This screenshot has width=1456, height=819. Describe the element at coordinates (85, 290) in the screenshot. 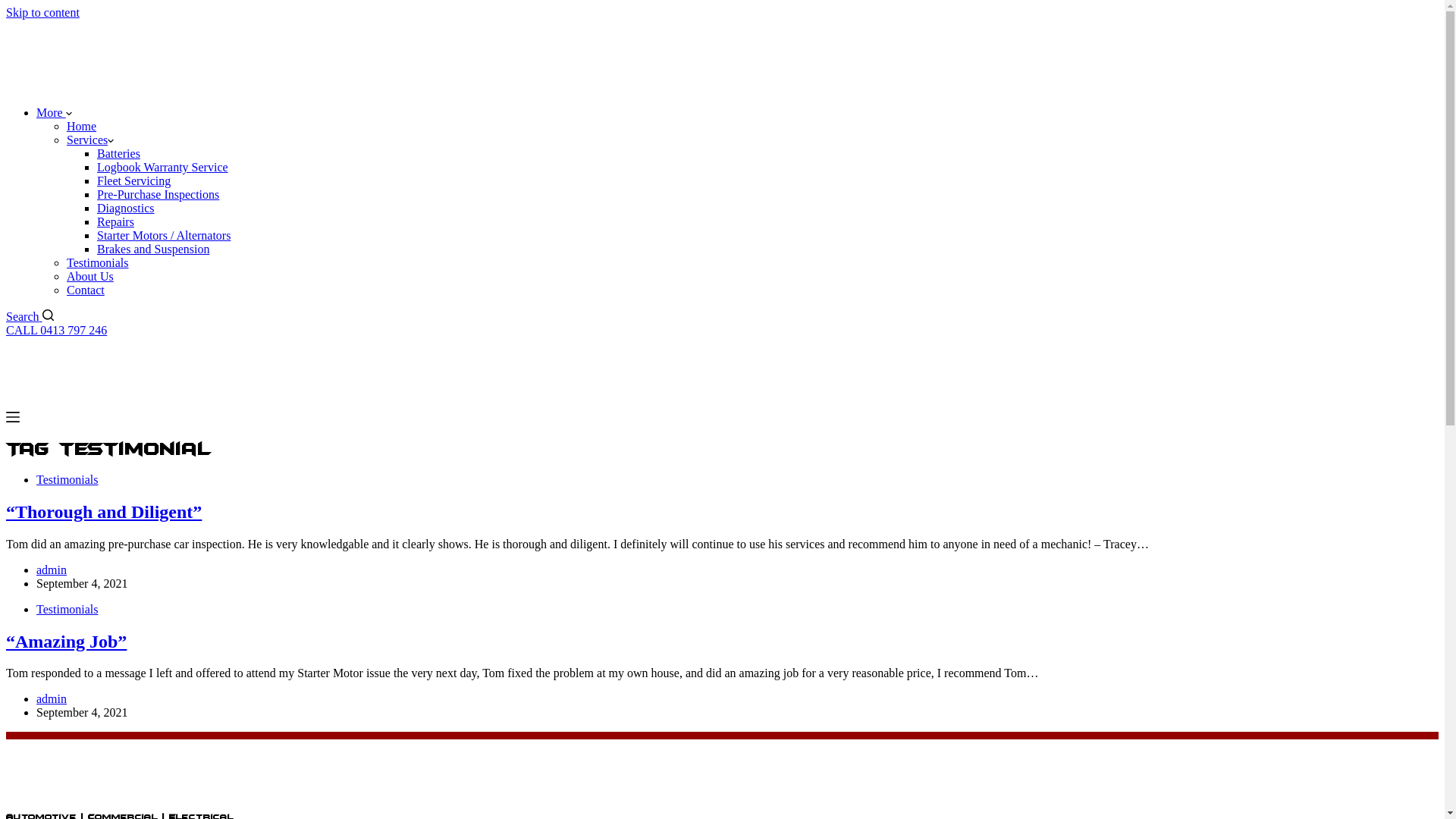

I see `'Contact'` at that location.